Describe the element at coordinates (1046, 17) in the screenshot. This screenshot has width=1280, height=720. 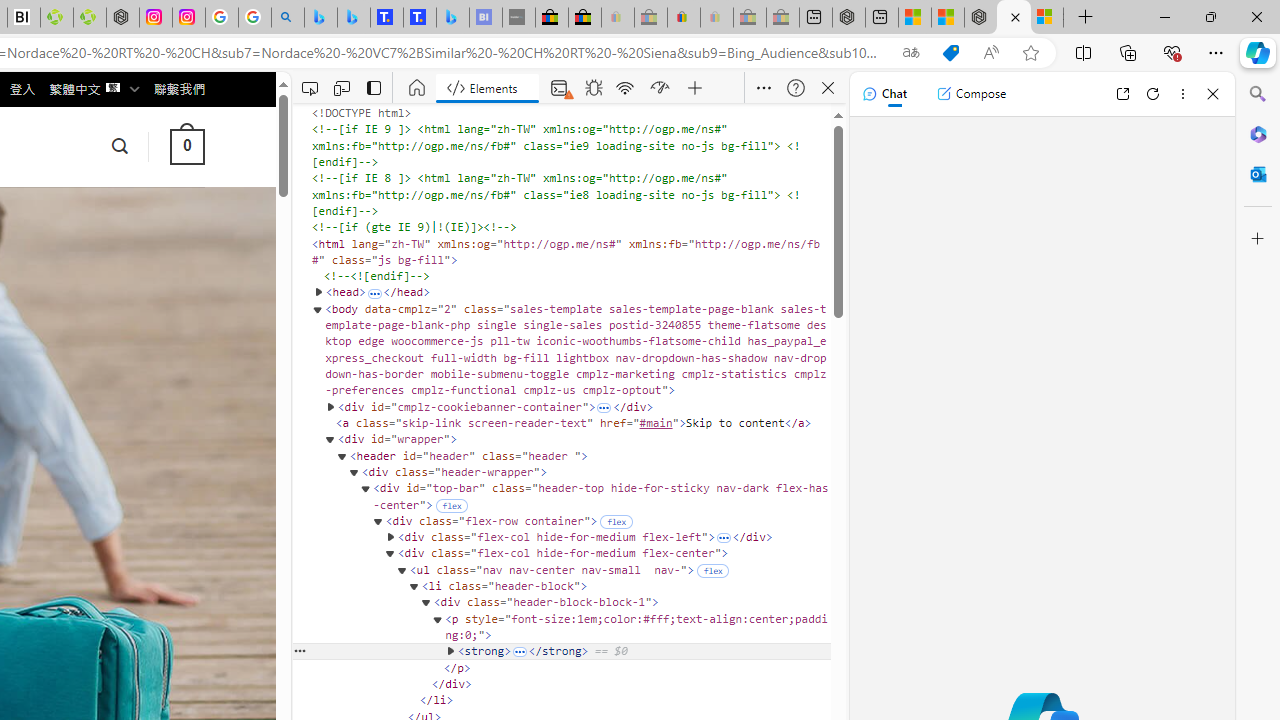
I see `'Sign in to your Microsoft account'` at that location.